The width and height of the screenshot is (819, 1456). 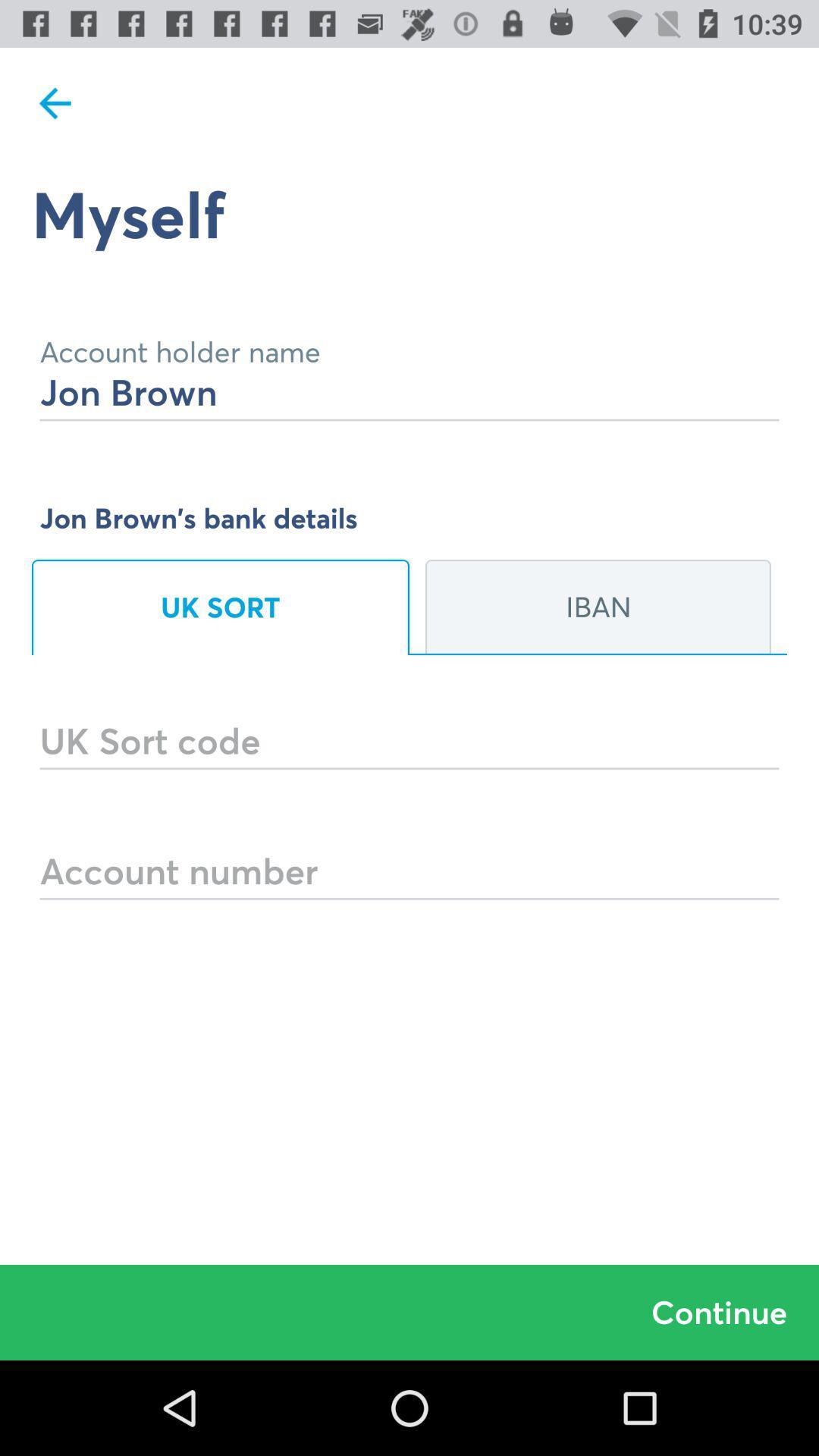 What do you see at coordinates (220, 607) in the screenshot?
I see `uk sort item` at bounding box center [220, 607].